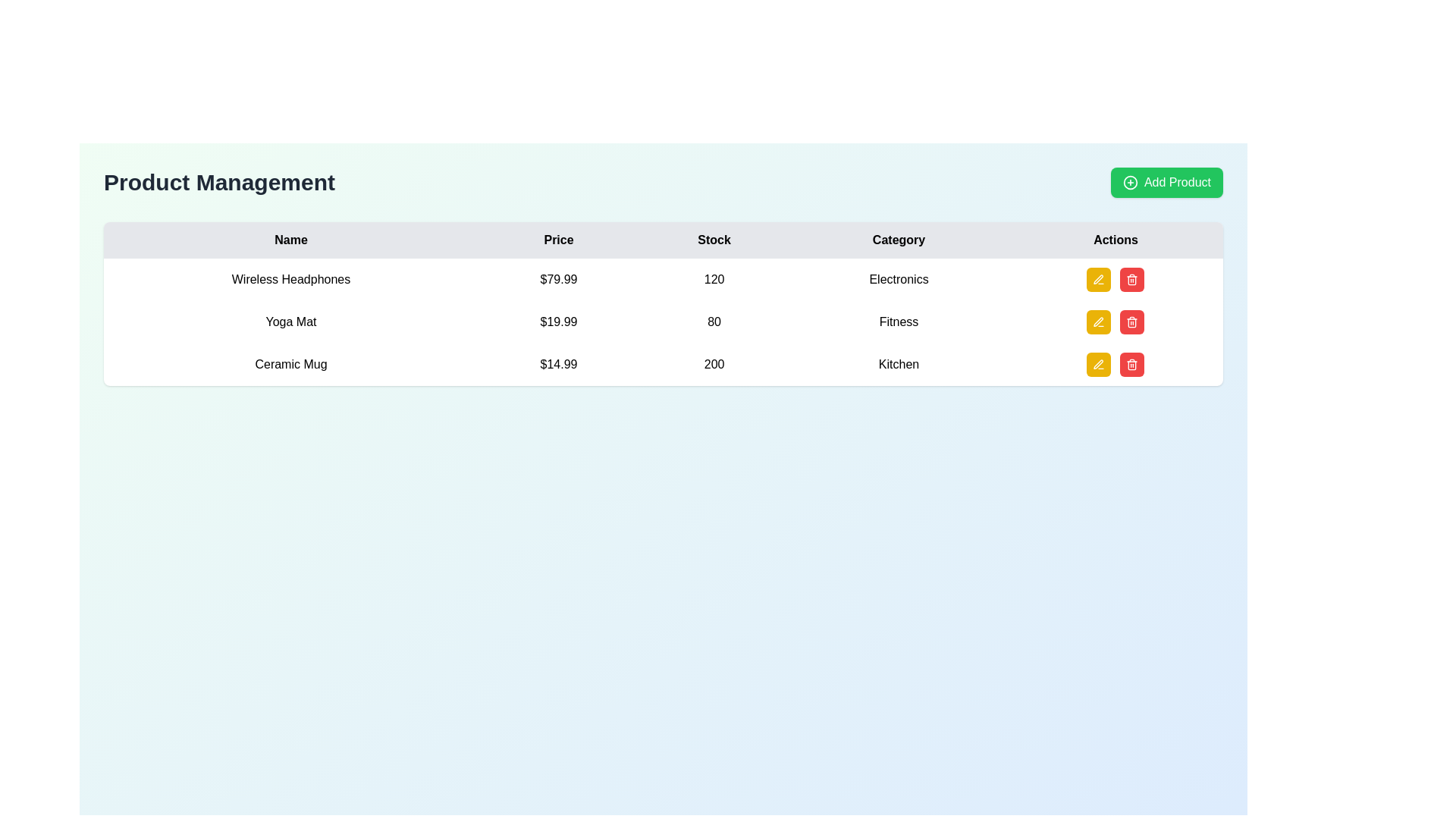  I want to click on the red button with a trash bin icon in the 'Actions' column for the 'Ceramic Mug' product entry, so click(1132, 280).